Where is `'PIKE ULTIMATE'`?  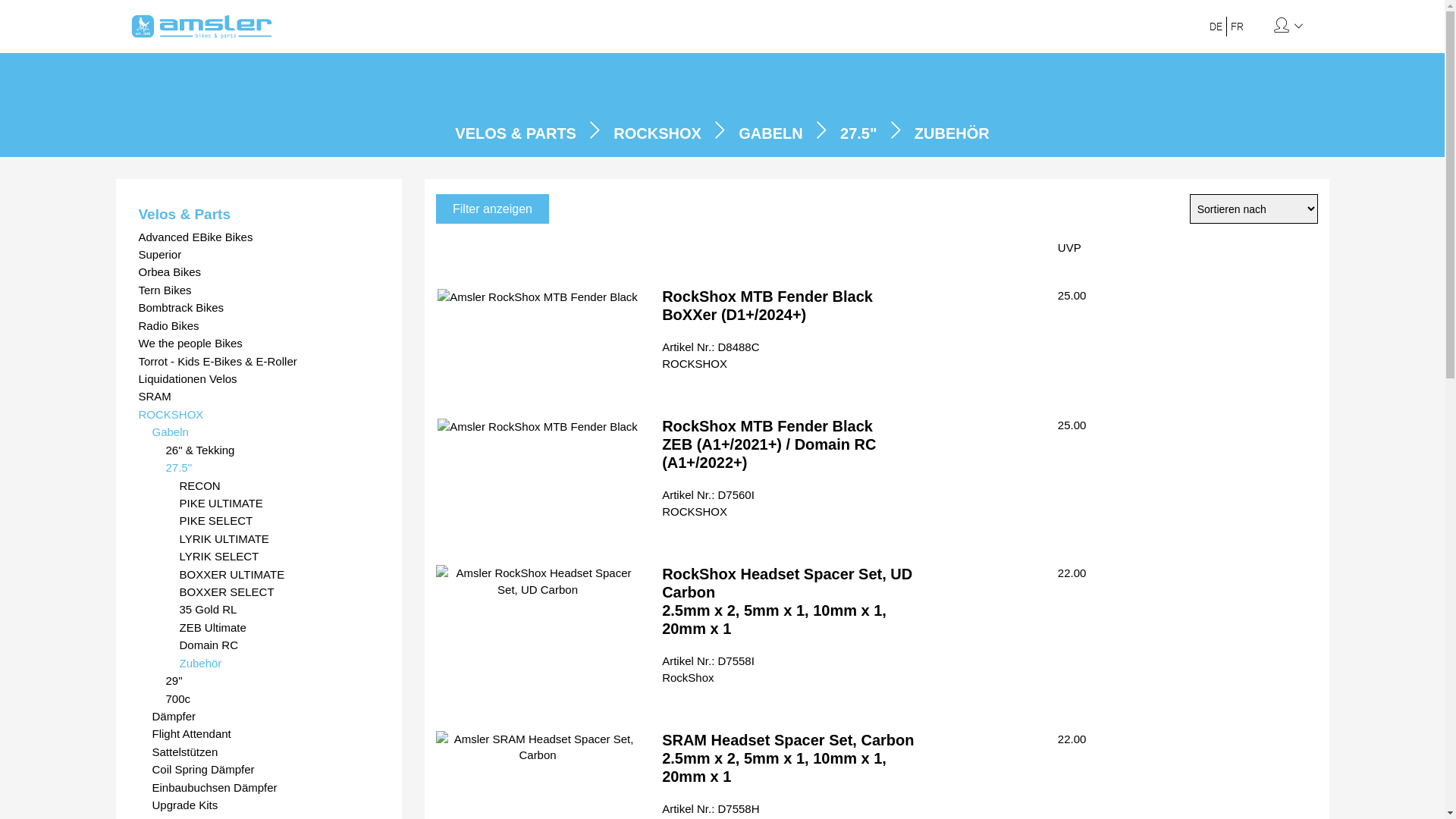 'PIKE ULTIMATE' is located at coordinates (279, 503).